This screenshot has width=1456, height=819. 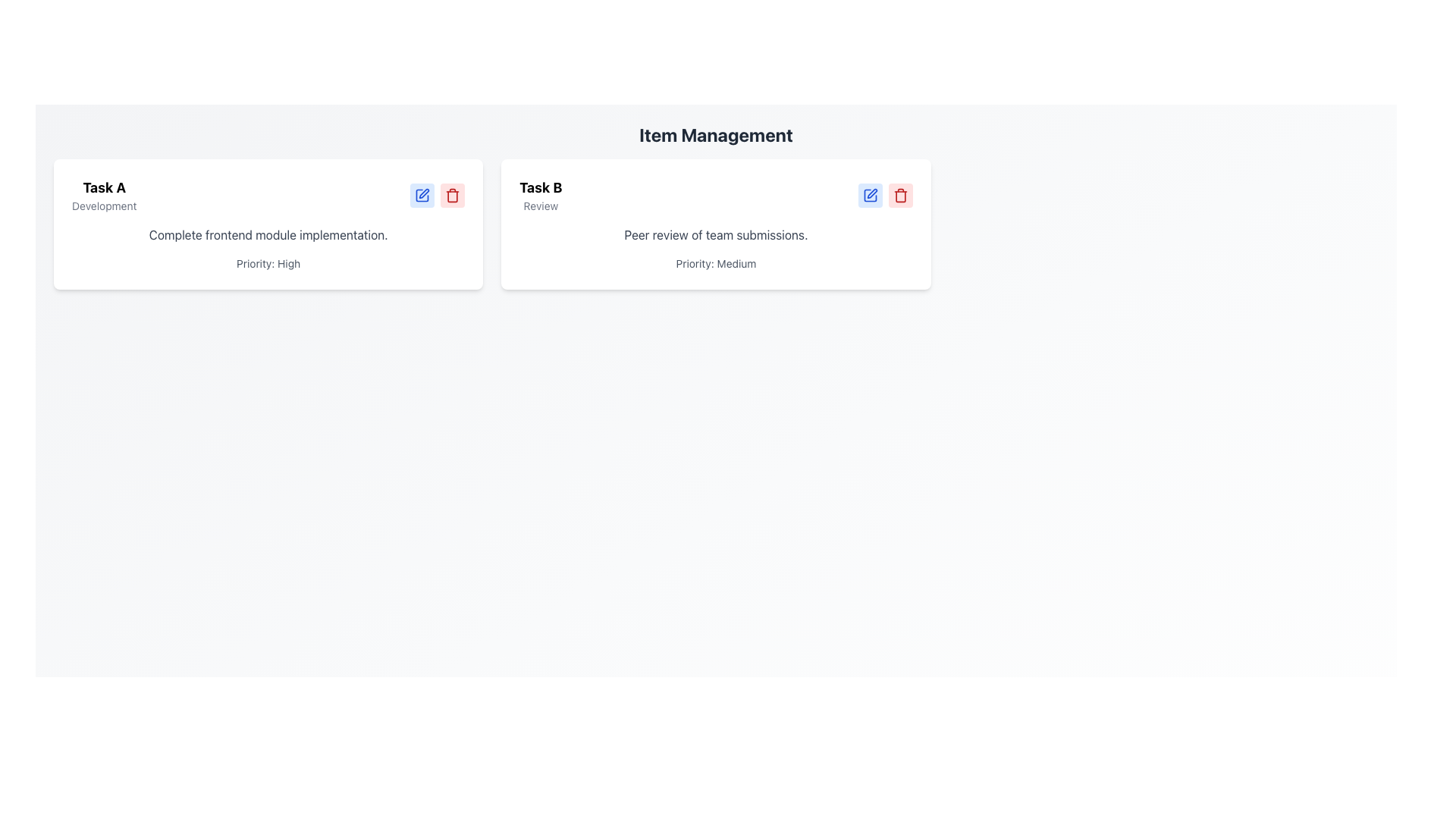 What do you see at coordinates (900, 195) in the screenshot?
I see `the red circular trash icon button located on the right side of the button group` at bounding box center [900, 195].